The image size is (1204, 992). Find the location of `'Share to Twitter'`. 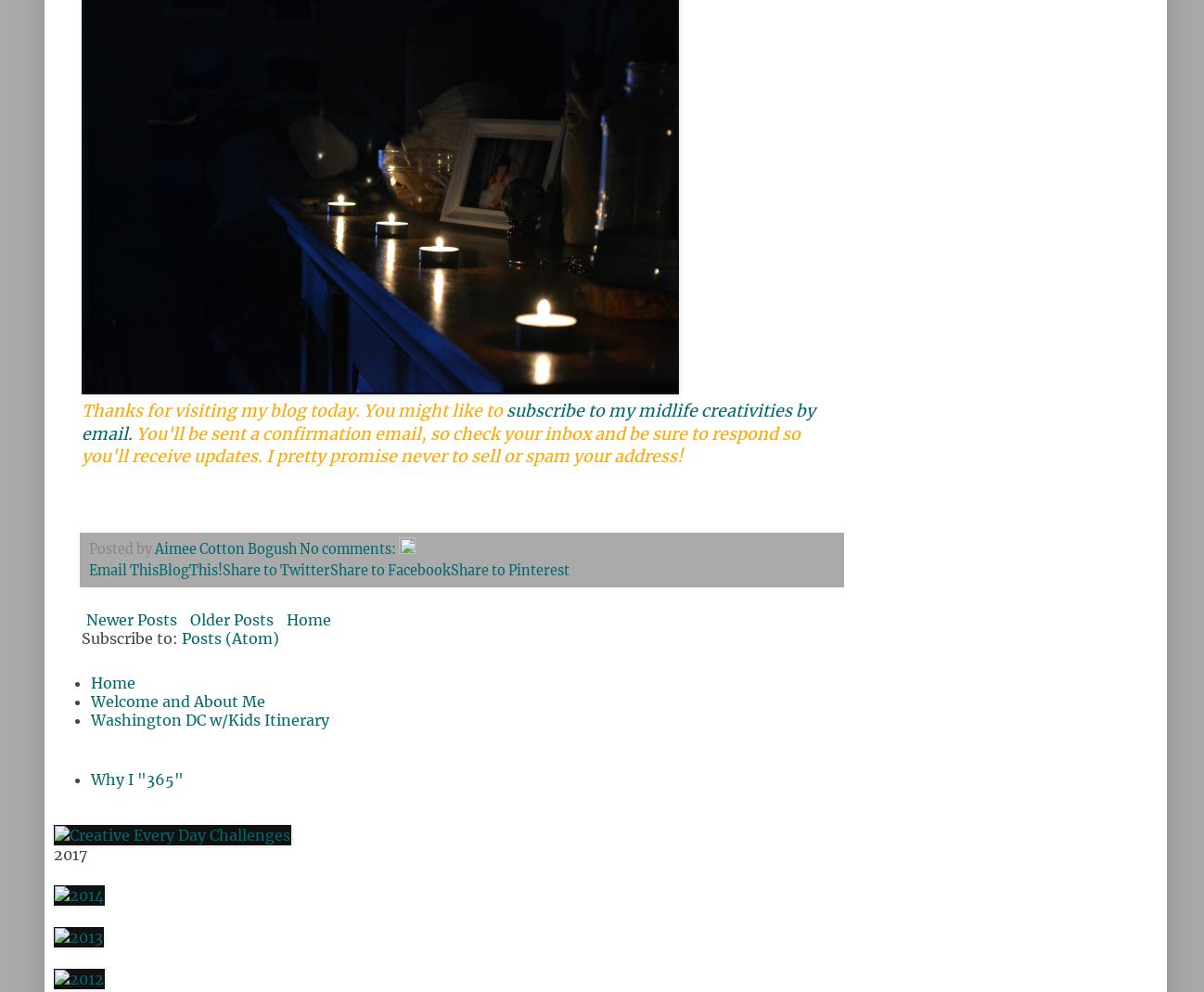

'Share to Twitter' is located at coordinates (275, 570).